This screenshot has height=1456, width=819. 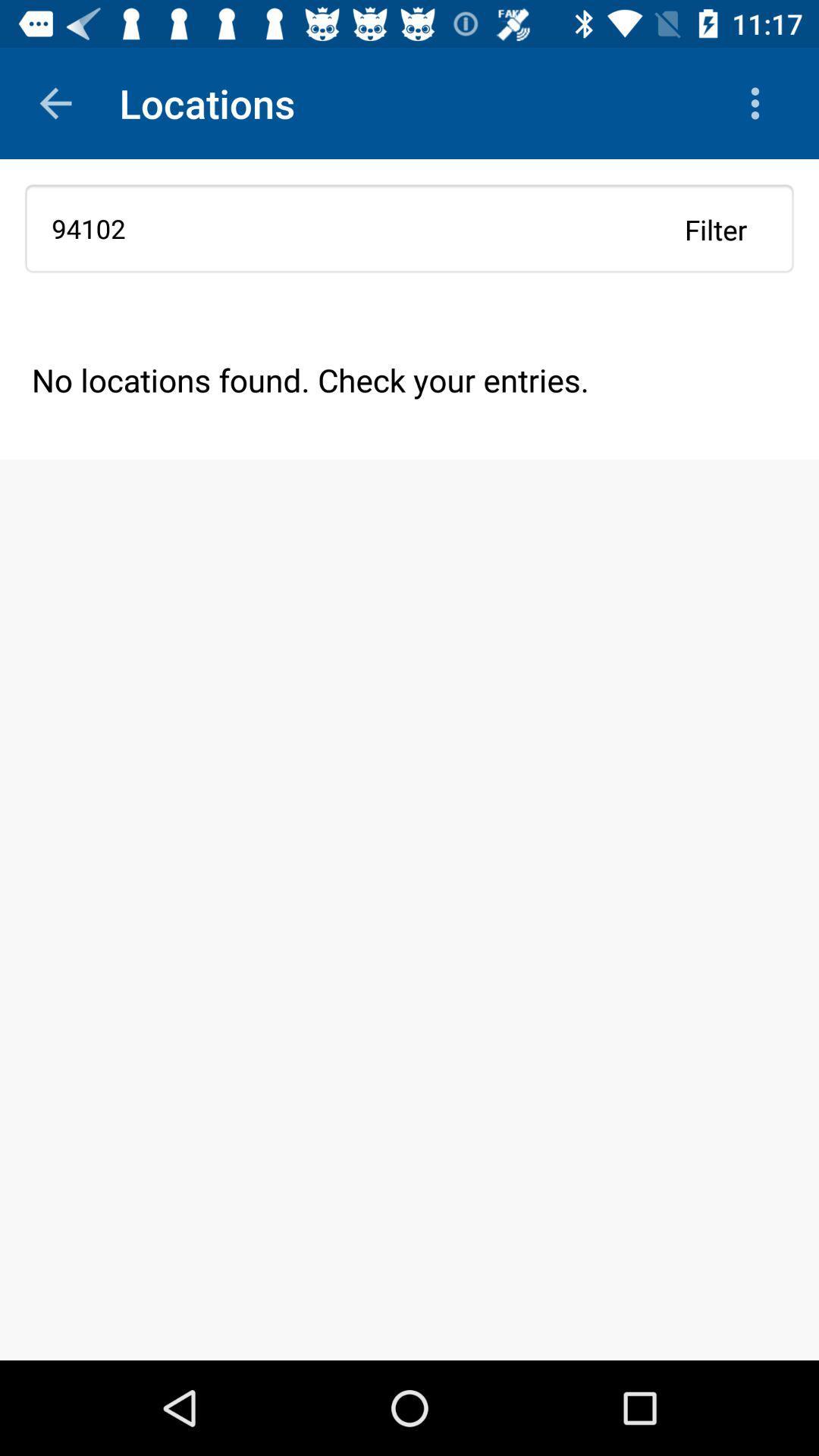 I want to click on the app to the right of the locations app, so click(x=759, y=102).